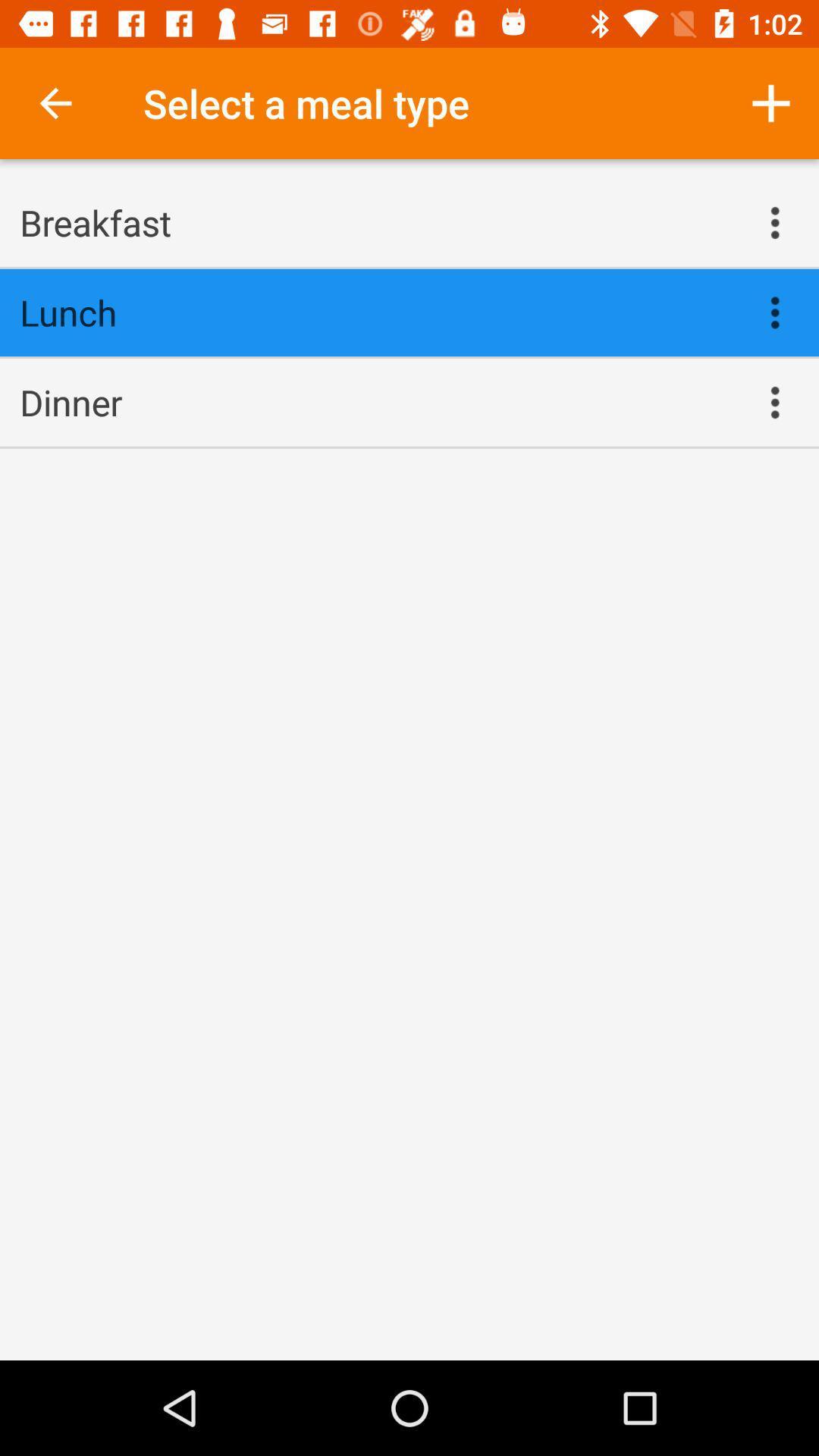  What do you see at coordinates (771, 102) in the screenshot?
I see `item to the right of select a meal item` at bounding box center [771, 102].